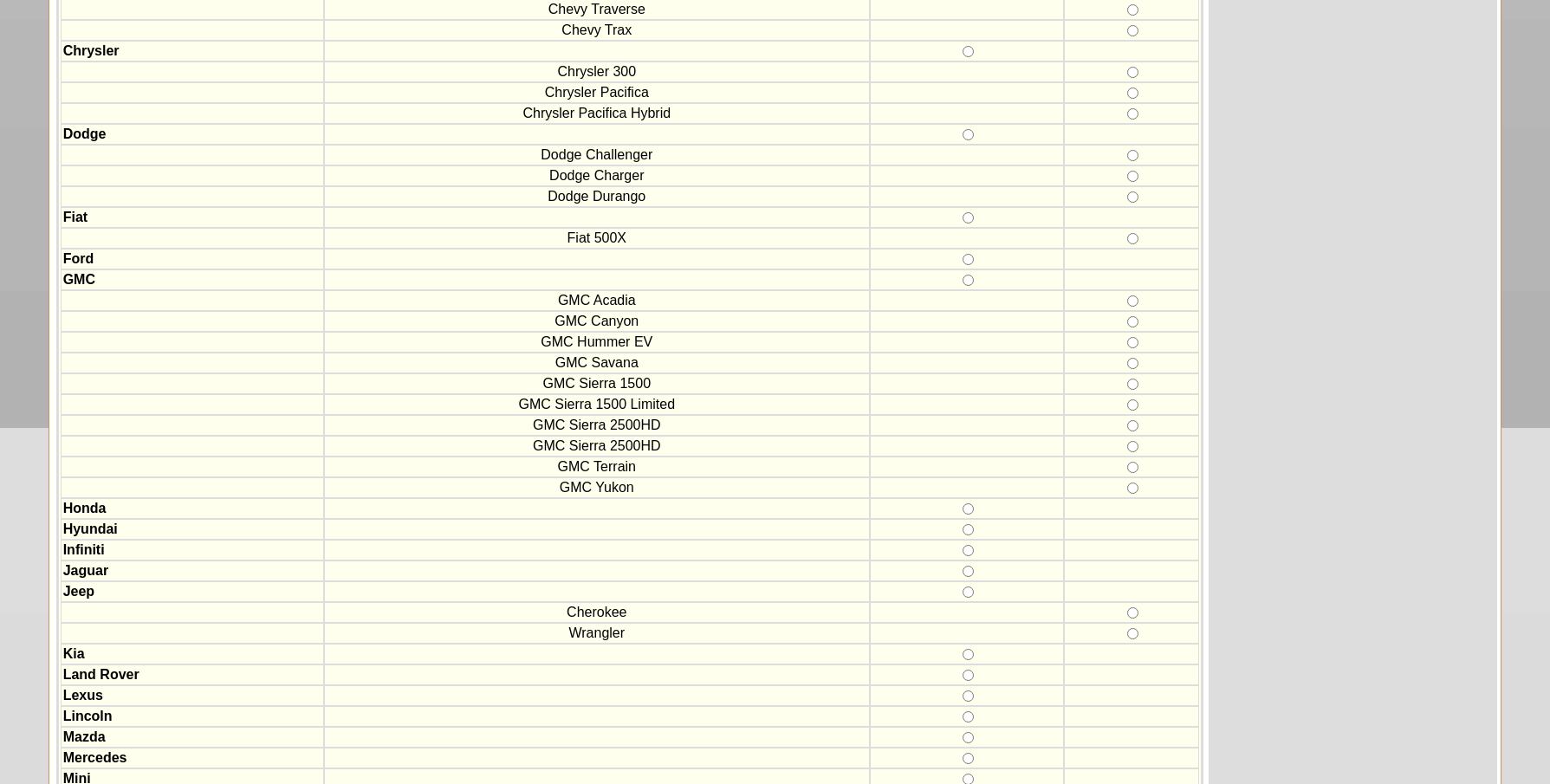 Image resolution: width=1550 pixels, height=784 pixels. I want to click on 'Mercedes', so click(94, 757).